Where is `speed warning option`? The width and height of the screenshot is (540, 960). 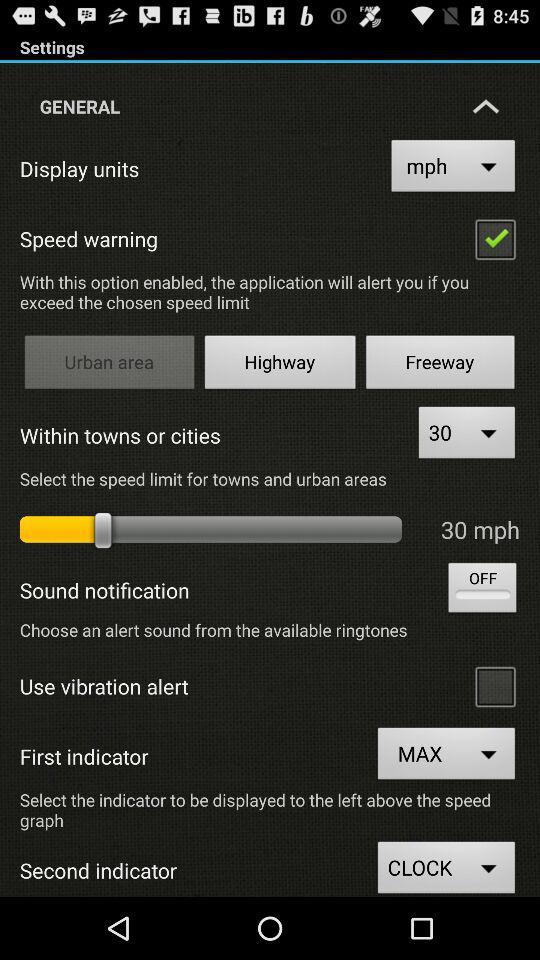
speed warning option is located at coordinates (494, 238).